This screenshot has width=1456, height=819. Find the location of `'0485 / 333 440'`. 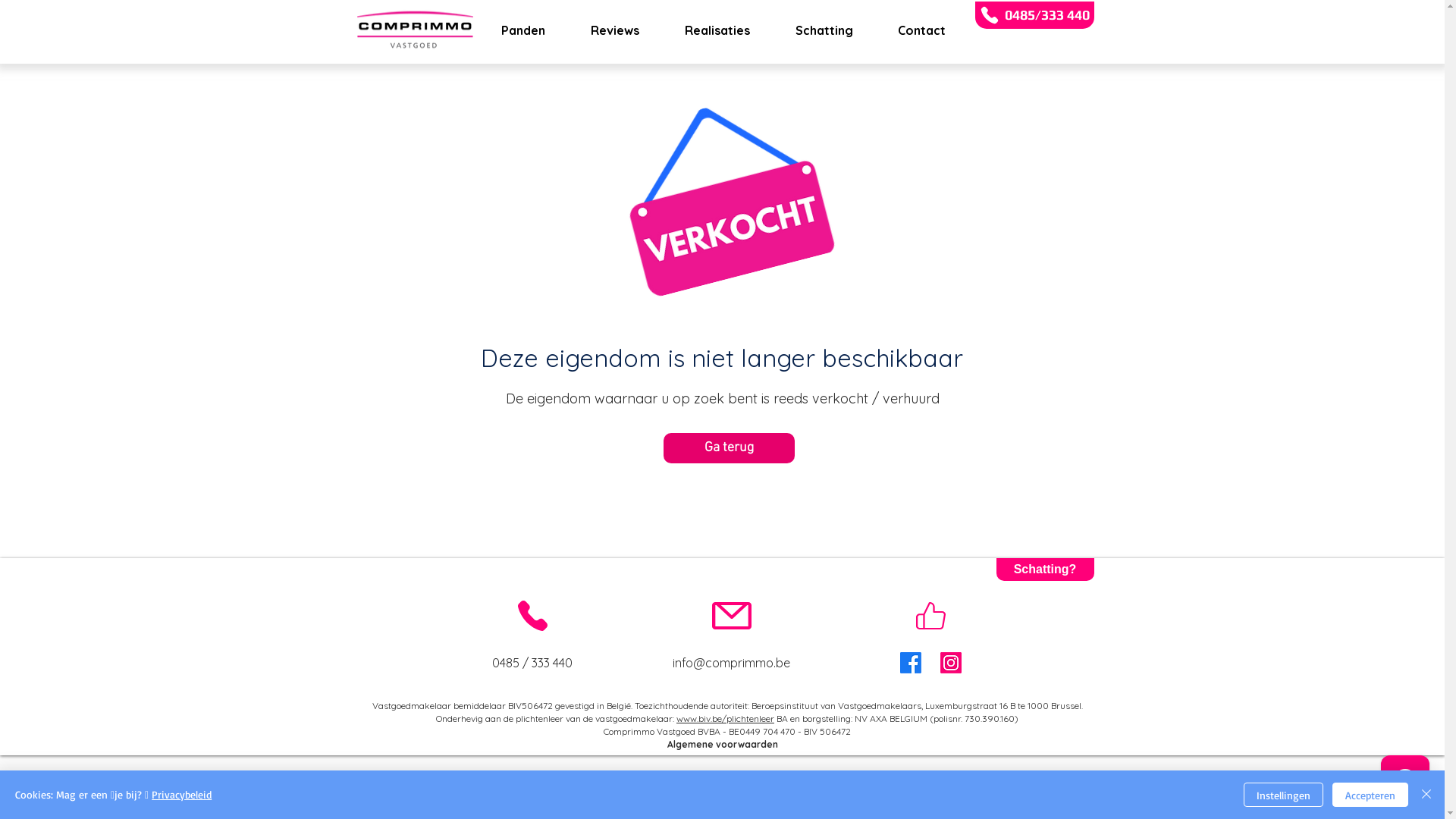

'0485 / 333 440' is located at coordinates (532, 662).